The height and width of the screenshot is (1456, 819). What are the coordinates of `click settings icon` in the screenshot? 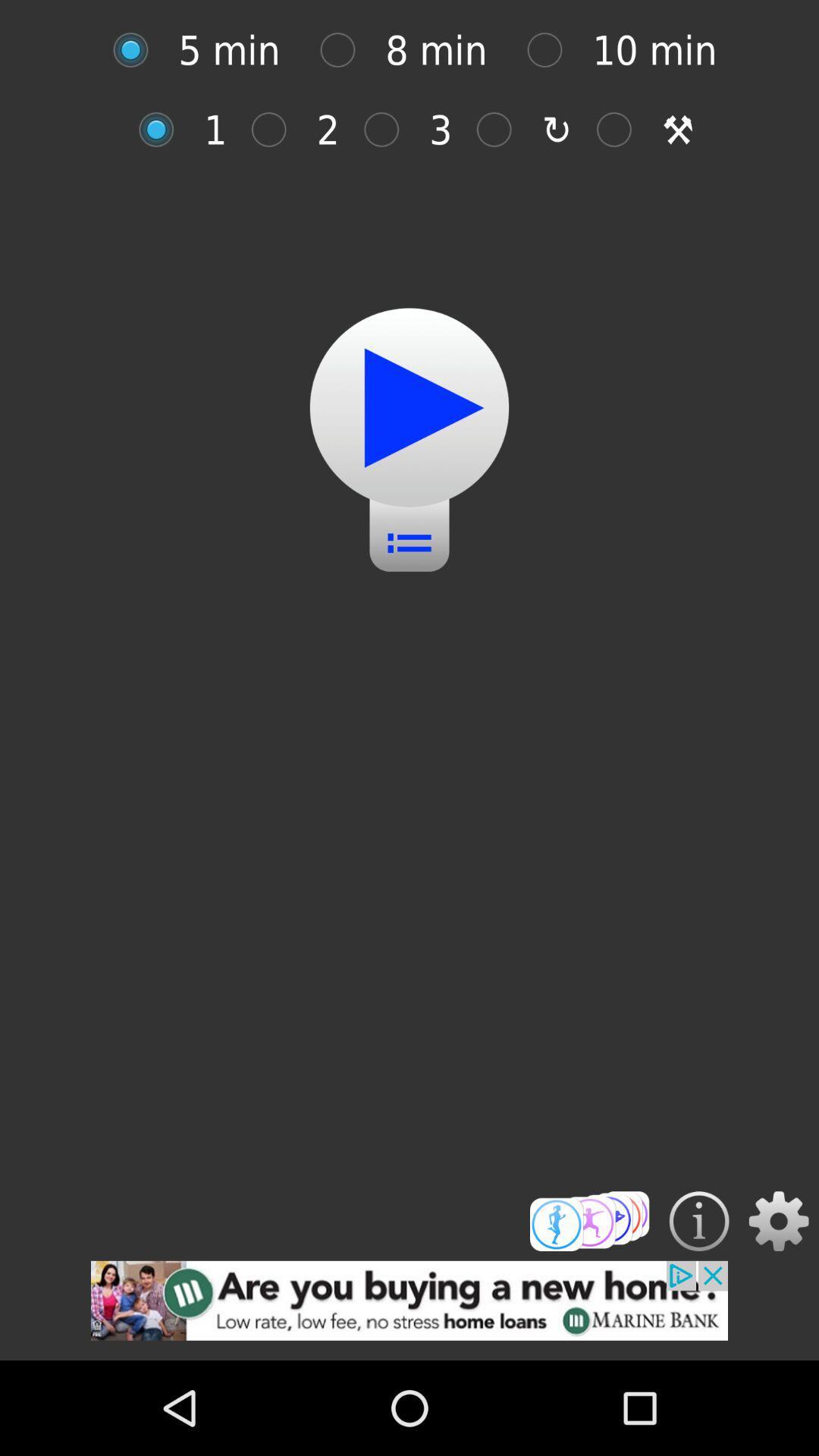 It's located at (779, 1221).